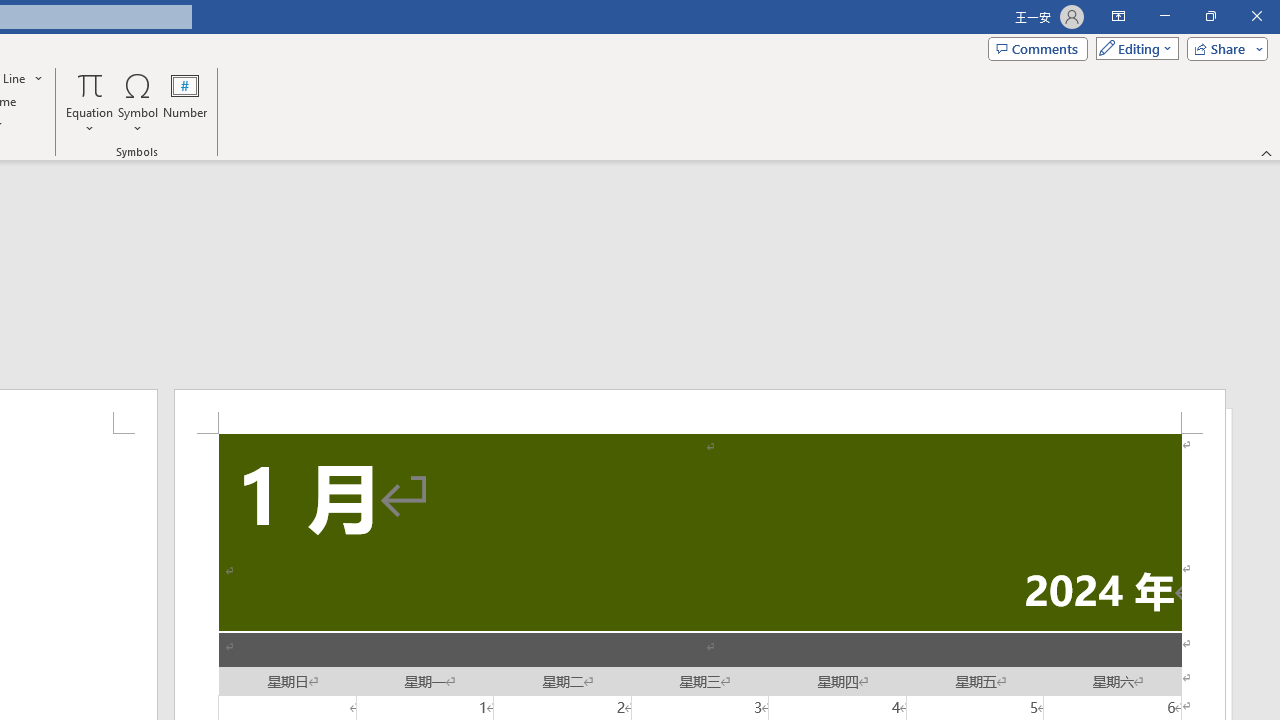 Image resolution: width=1280 pixels, height=720 pixels. I want to click on 'Equation', so click(89, 84).